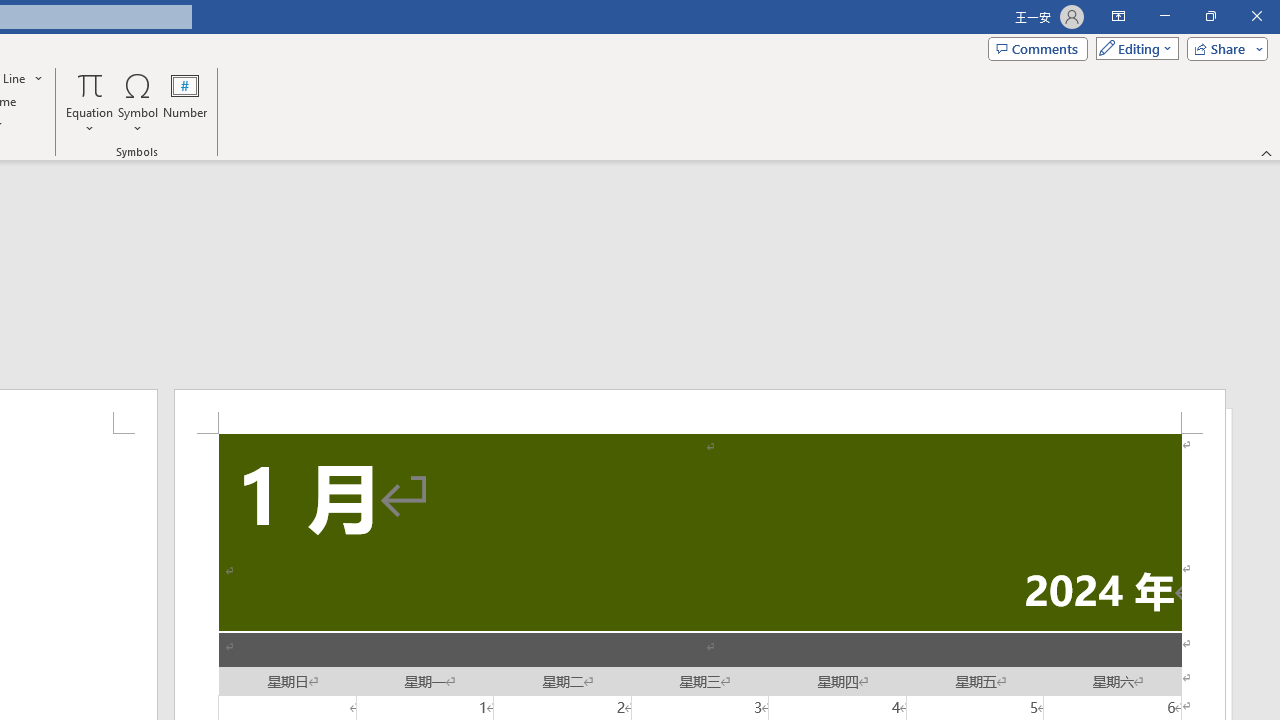 Image resolution: width=1280 pixels, height=720 pixels. I want to click on 'Equation', so click(89, 84).